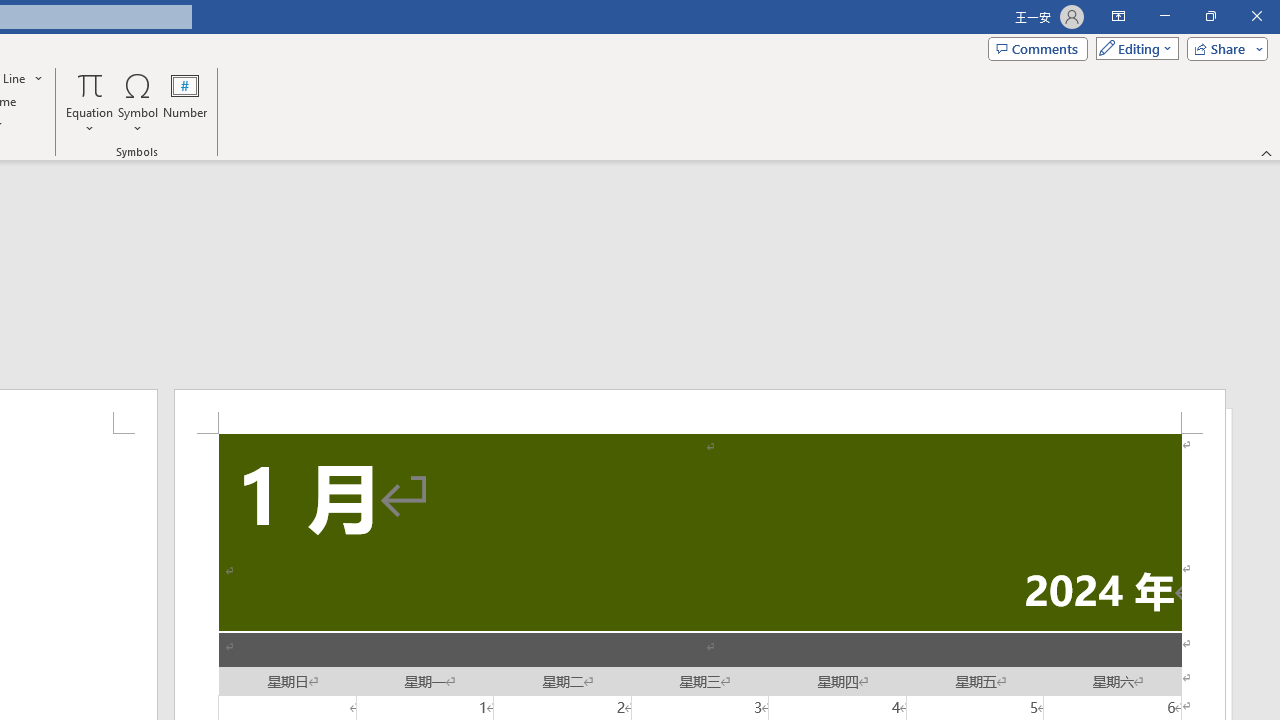 Image resolution: width=1280 pixels, height=720 pixels. I want to click on 'Equation', so click(89, 84).